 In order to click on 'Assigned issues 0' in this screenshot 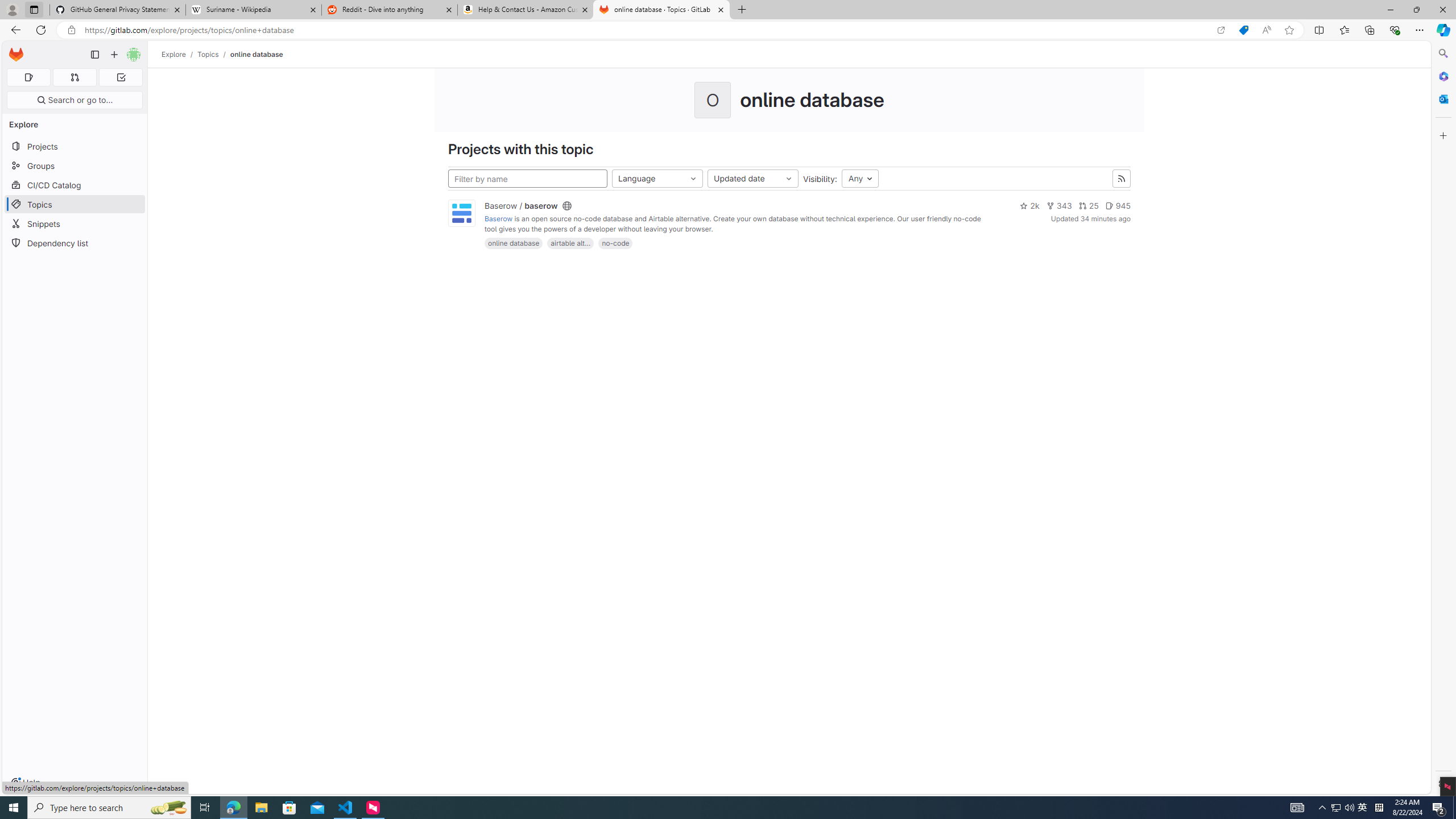, I will do `click(28, 77)`.